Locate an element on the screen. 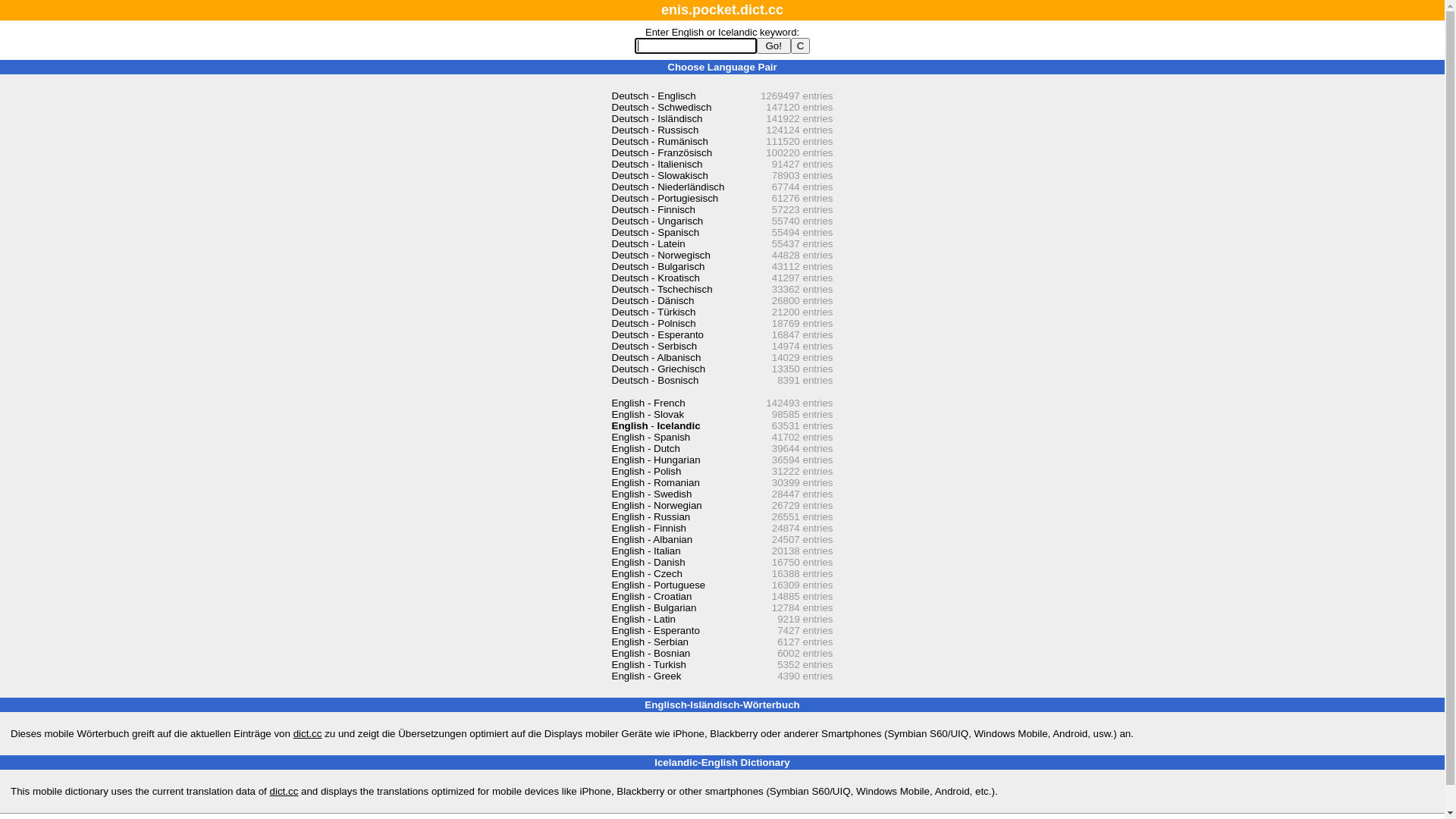  'Deutsch - Norwegisch' is located at coordinates (660, 254).